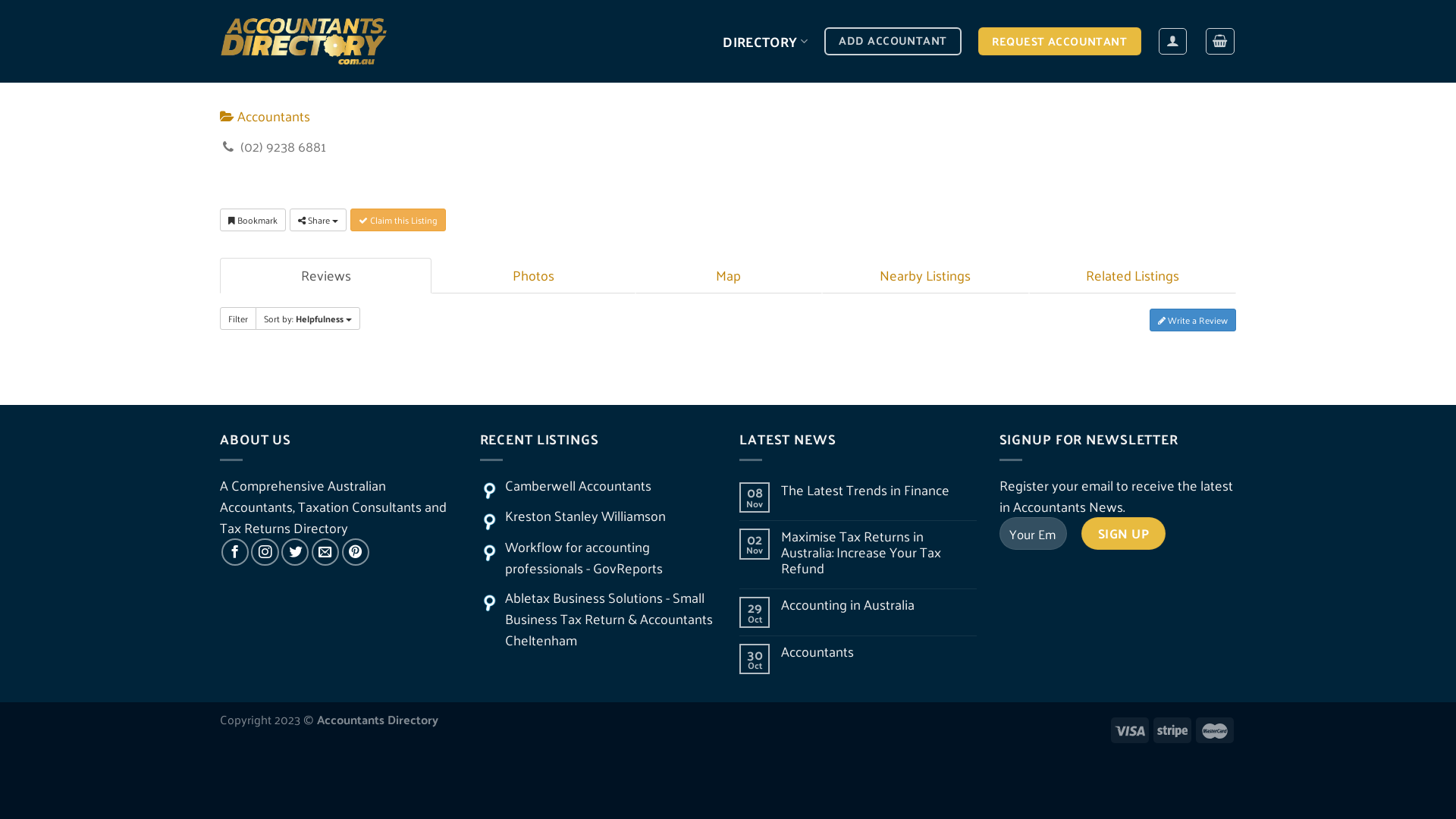  I want to click on 'Sort by: Helpfulness', so click(307, 318).